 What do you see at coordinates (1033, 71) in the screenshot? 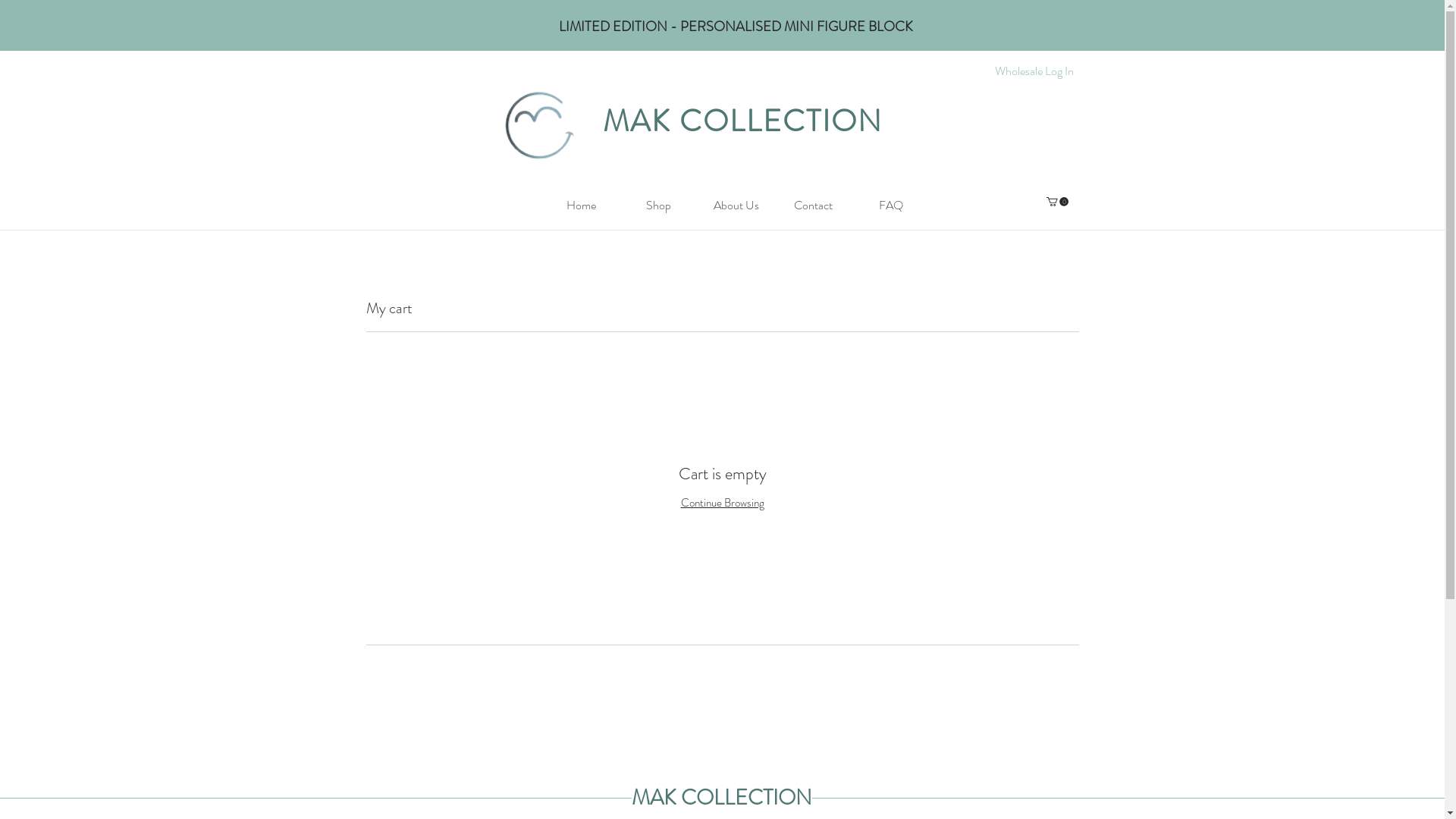
I see `'Wholesale Log In'` at bounding box center [1033, 71].